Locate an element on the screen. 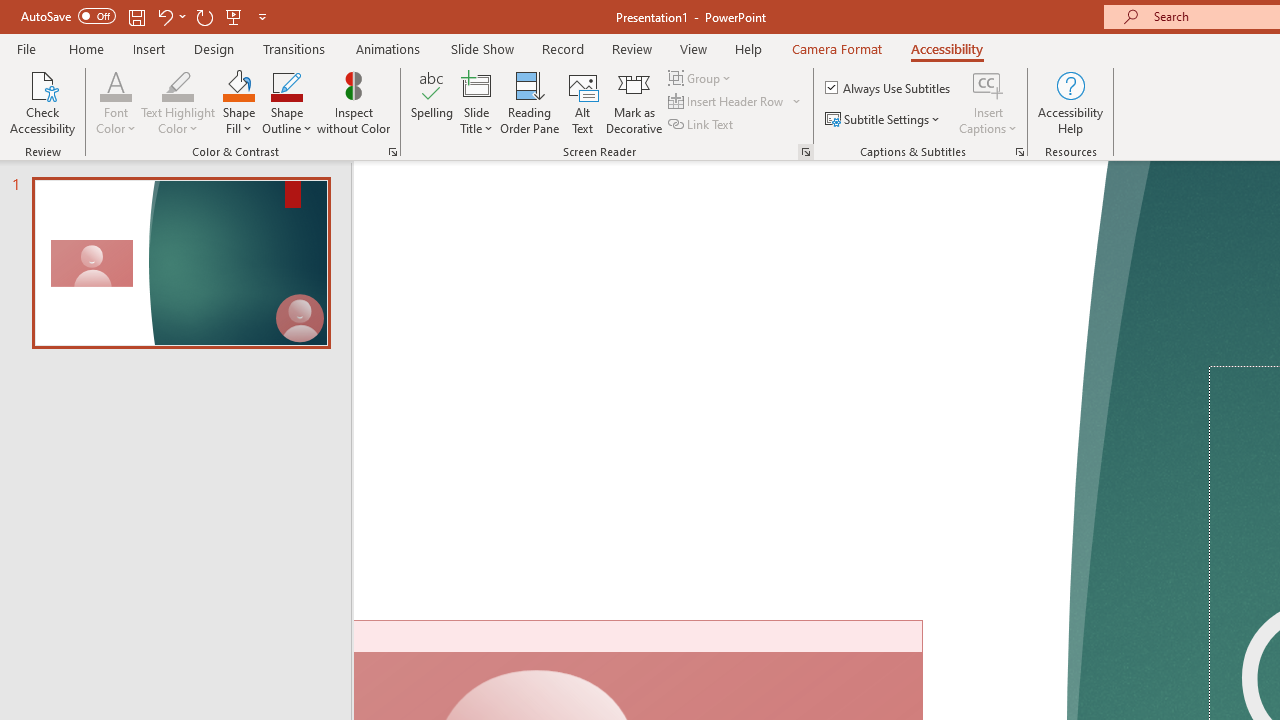 This screenshot has width=1280, height=720. 'Group' is located at coordinates (702, 77).